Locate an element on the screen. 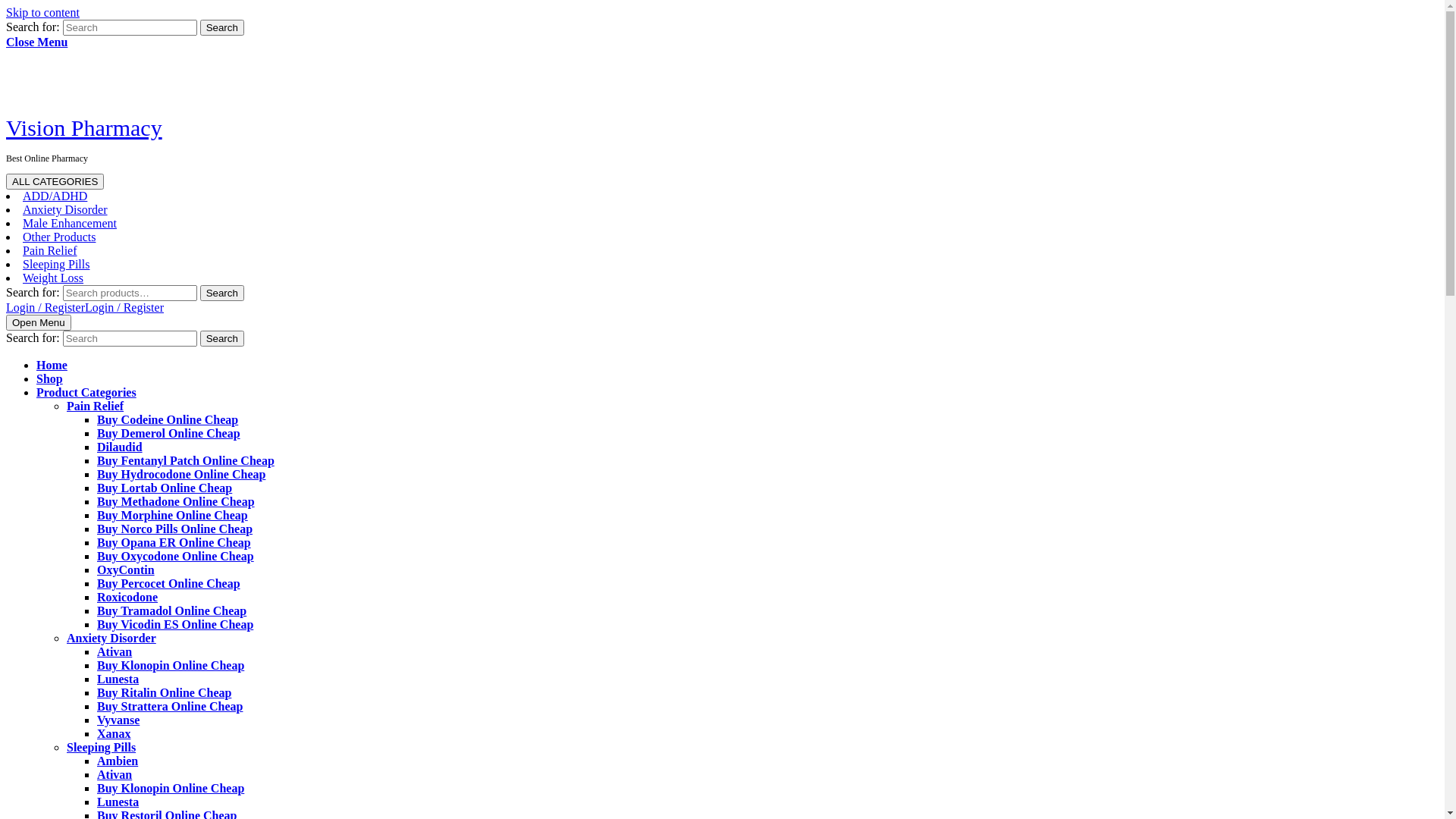  'Buy Methadone Online Cheap' is located at coordinates (175, 501).